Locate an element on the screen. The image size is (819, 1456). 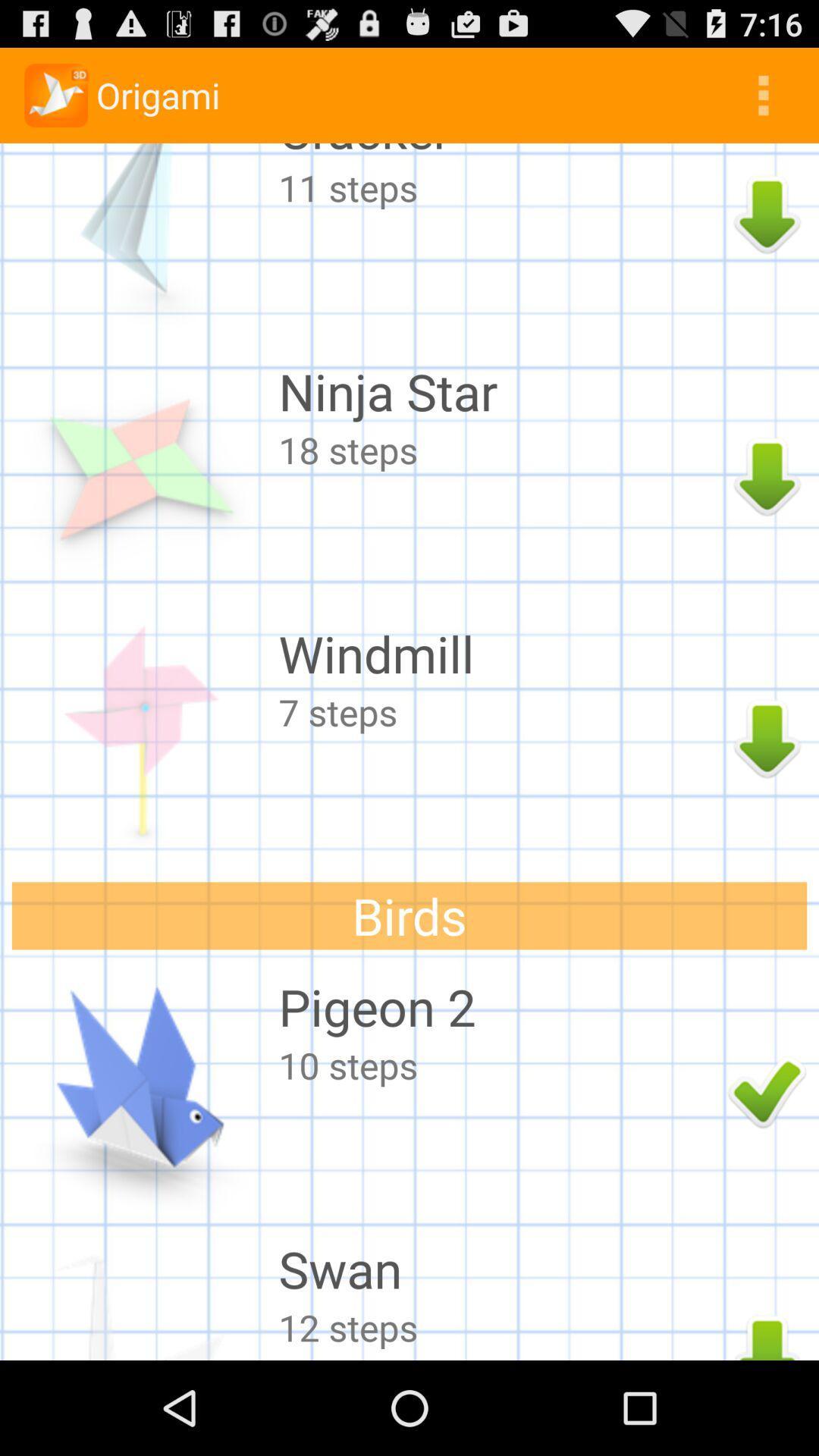
icon above the windmill is located at coordinates (499, 449).